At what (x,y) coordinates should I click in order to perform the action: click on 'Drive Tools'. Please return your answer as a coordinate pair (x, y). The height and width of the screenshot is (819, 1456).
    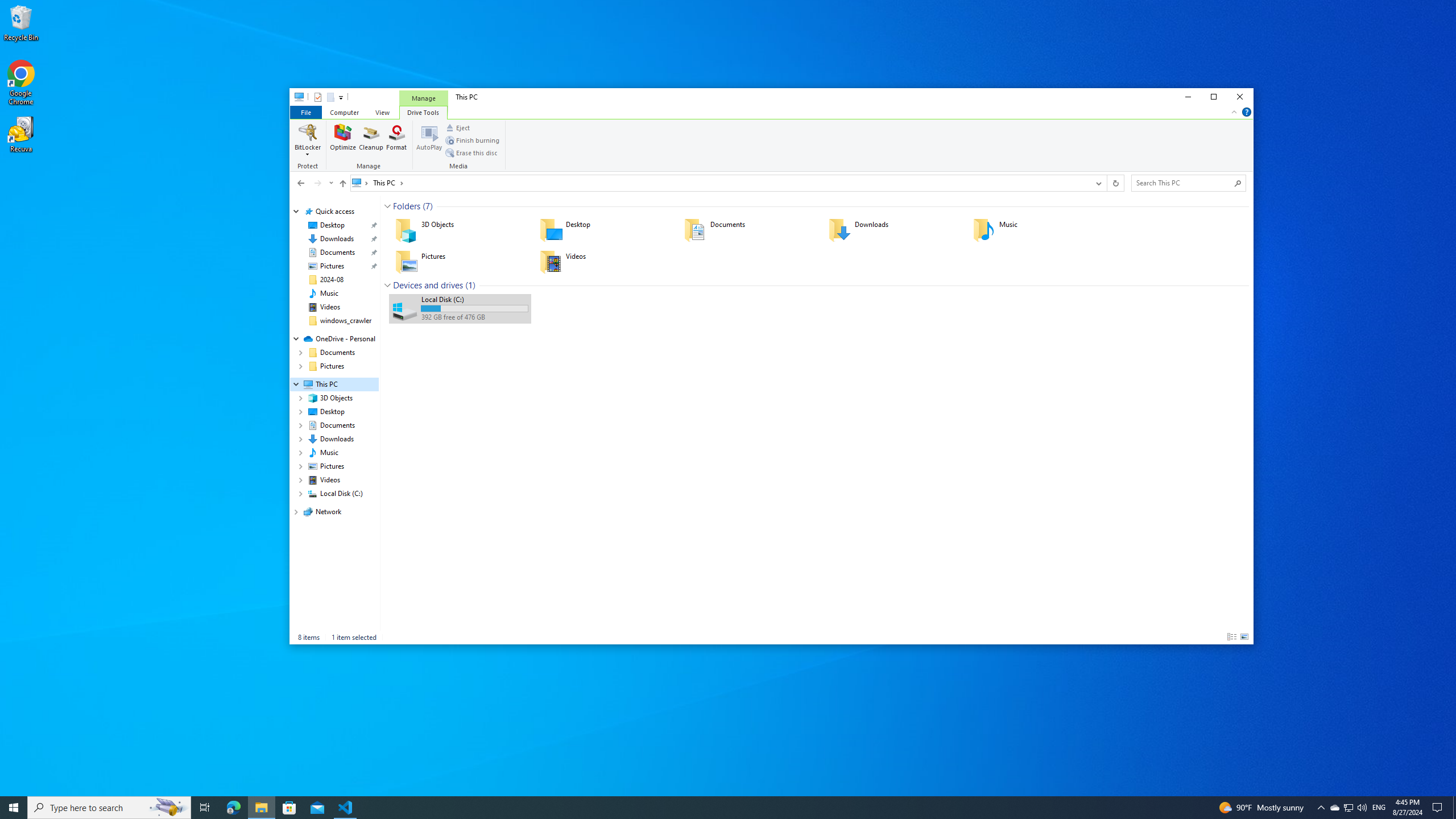
    Looking at the image, I should click on (422, 111).